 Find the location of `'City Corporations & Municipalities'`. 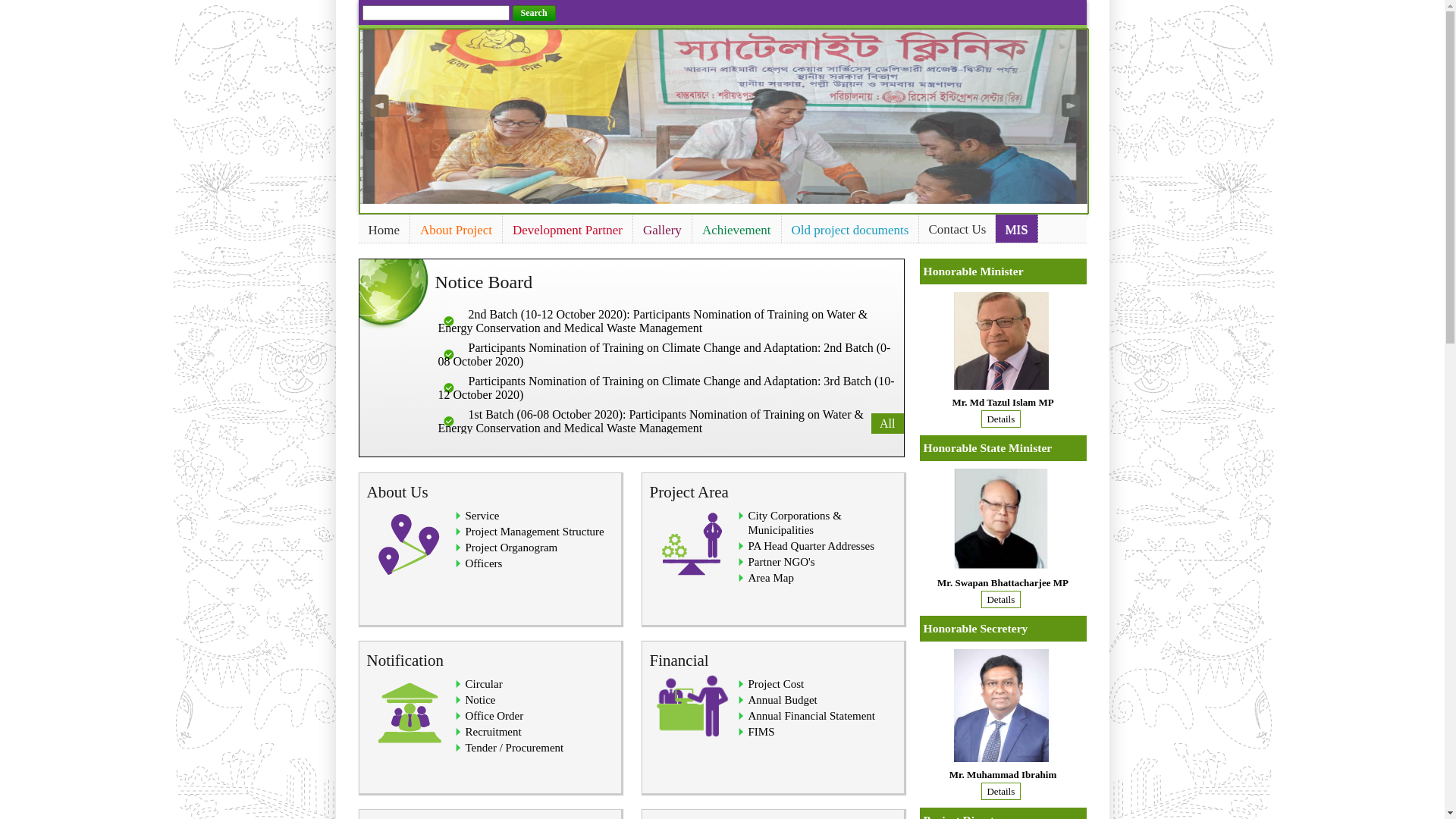

'City Corporations & Municipalities' is located at coordinates (747, 522).